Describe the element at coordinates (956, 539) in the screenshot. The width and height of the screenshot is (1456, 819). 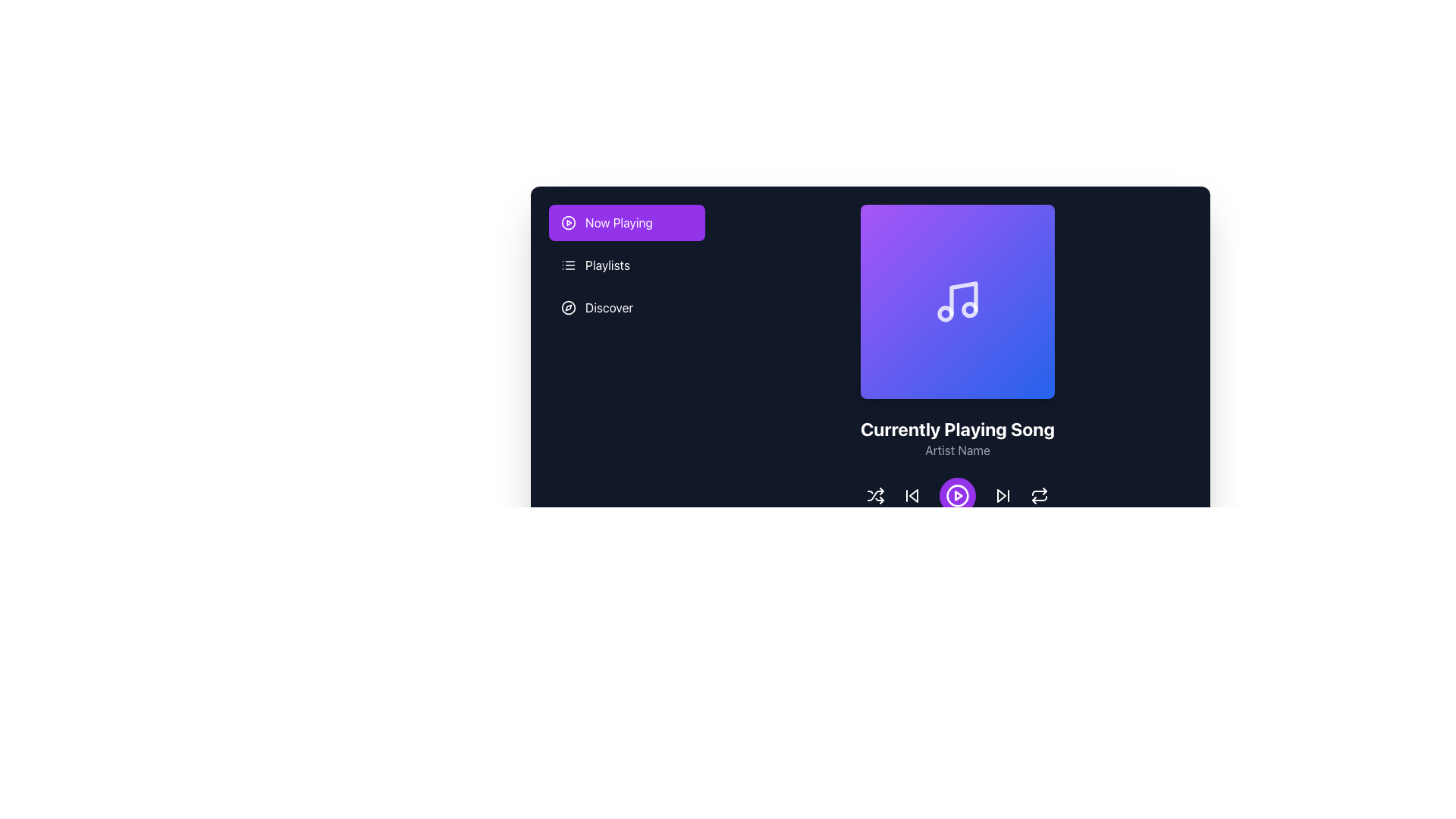
I see `the progress bar located below the media control buttons of the music player interface to adjust the progress` at that location.